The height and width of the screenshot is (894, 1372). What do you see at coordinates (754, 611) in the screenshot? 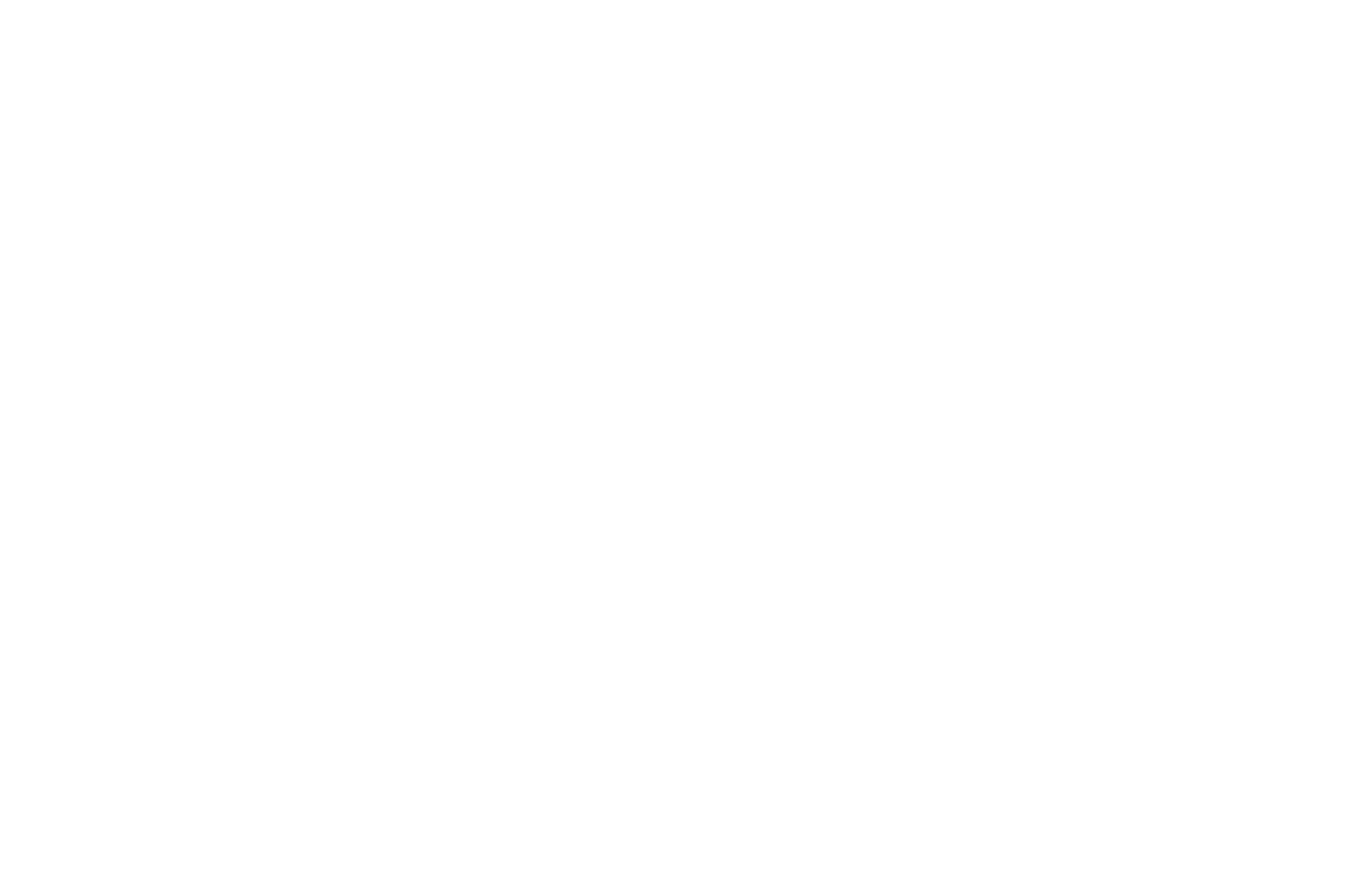
I see `'Algade 38, 3. sal, 9000 Aalborg, Denmark'` at bounding box center [754, 611].